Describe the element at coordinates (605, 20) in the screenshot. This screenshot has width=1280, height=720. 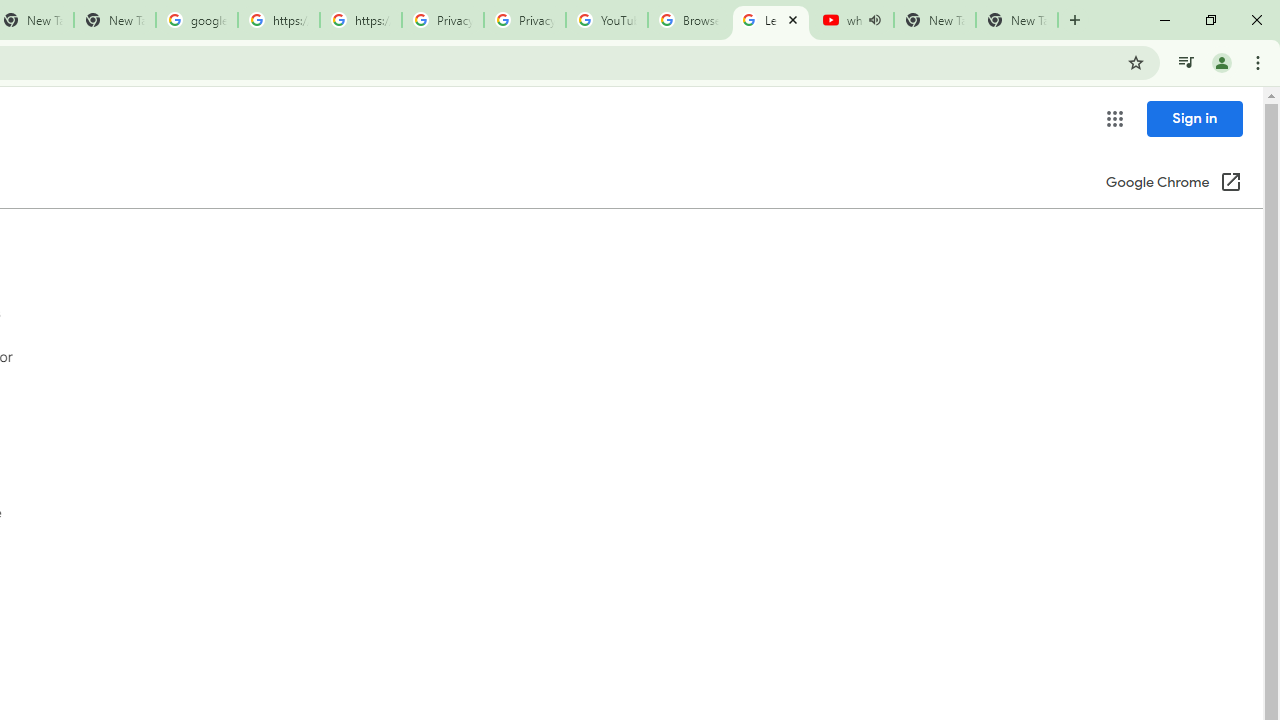
I see `'YouTube'` at that location.